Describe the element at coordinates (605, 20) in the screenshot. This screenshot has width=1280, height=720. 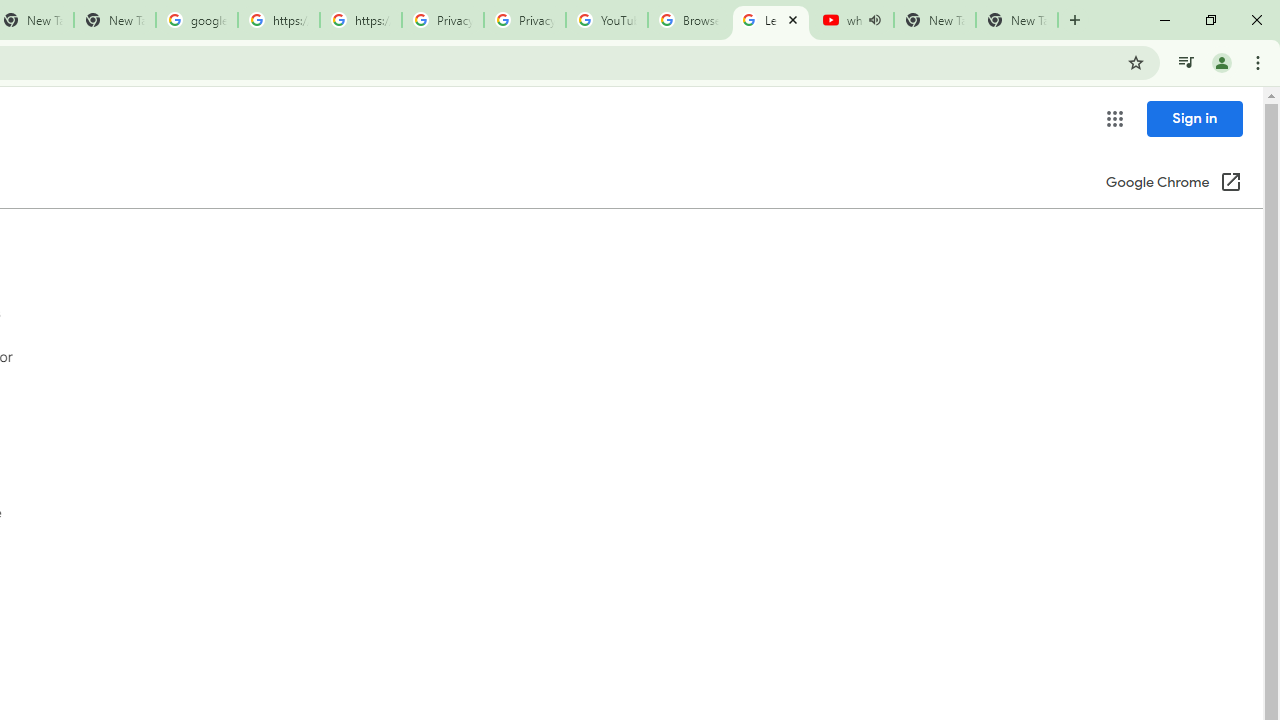
I see `'YouTube'` at that location.